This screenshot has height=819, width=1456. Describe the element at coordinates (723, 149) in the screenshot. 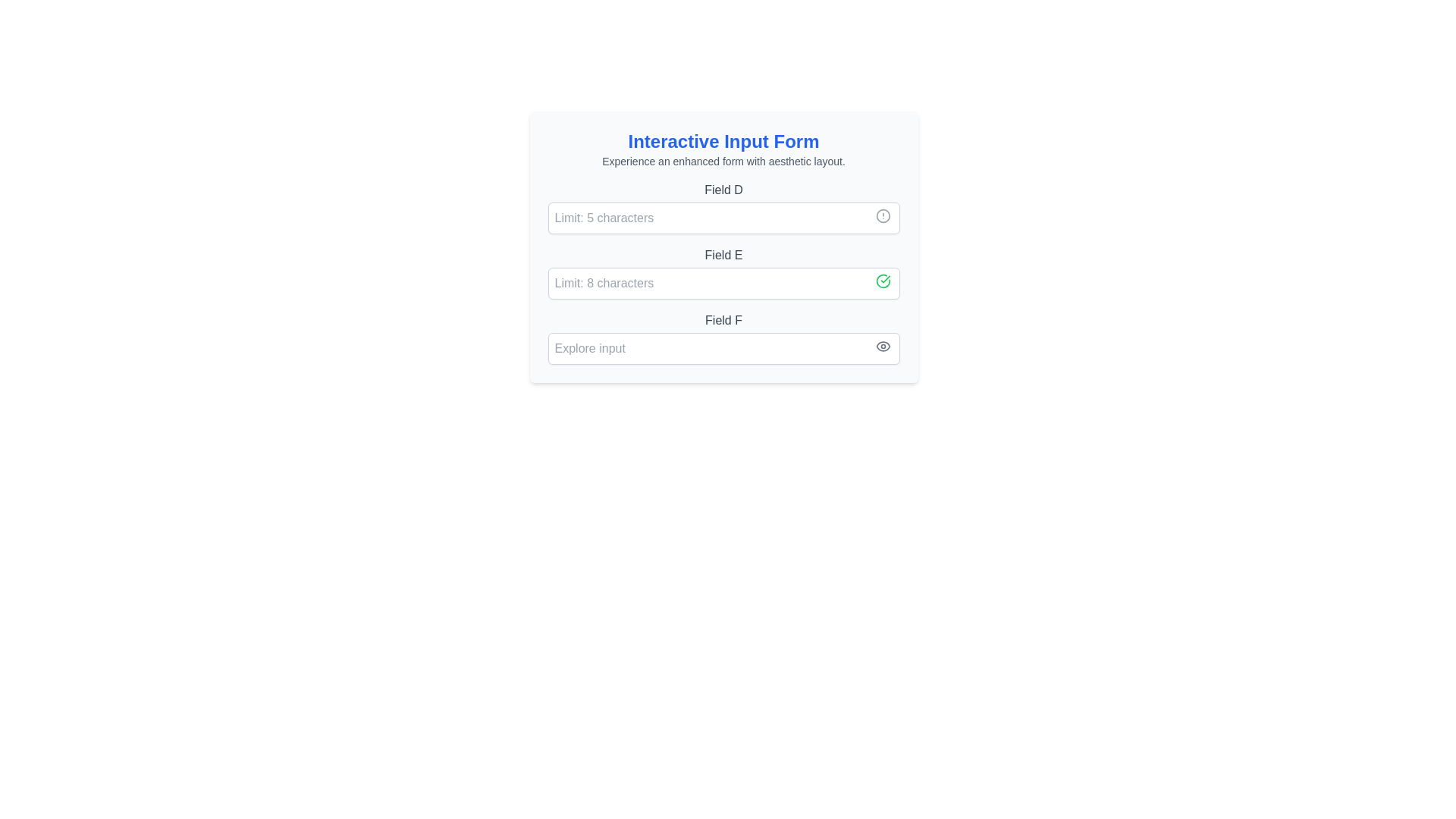

I see `the text display header with subtitle at the top of the form panel for accessibility` at that location.